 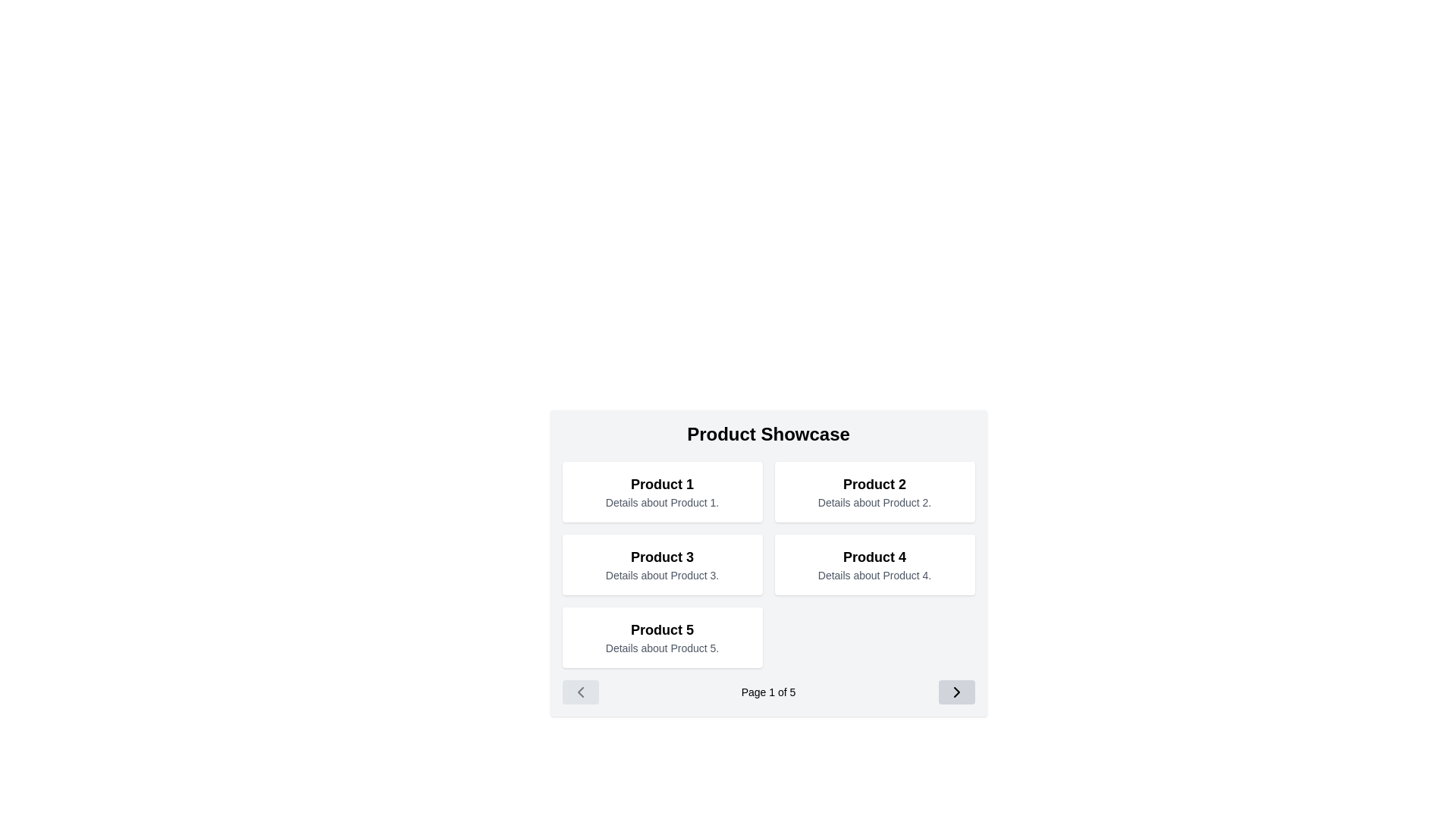 What do you see at coordinates (955, 692) in the screenshot?
I see `the icon located in the bottom-right portion of the interface, which is used to navigate to the next page or section of the content` at bounding box center [955, 692].